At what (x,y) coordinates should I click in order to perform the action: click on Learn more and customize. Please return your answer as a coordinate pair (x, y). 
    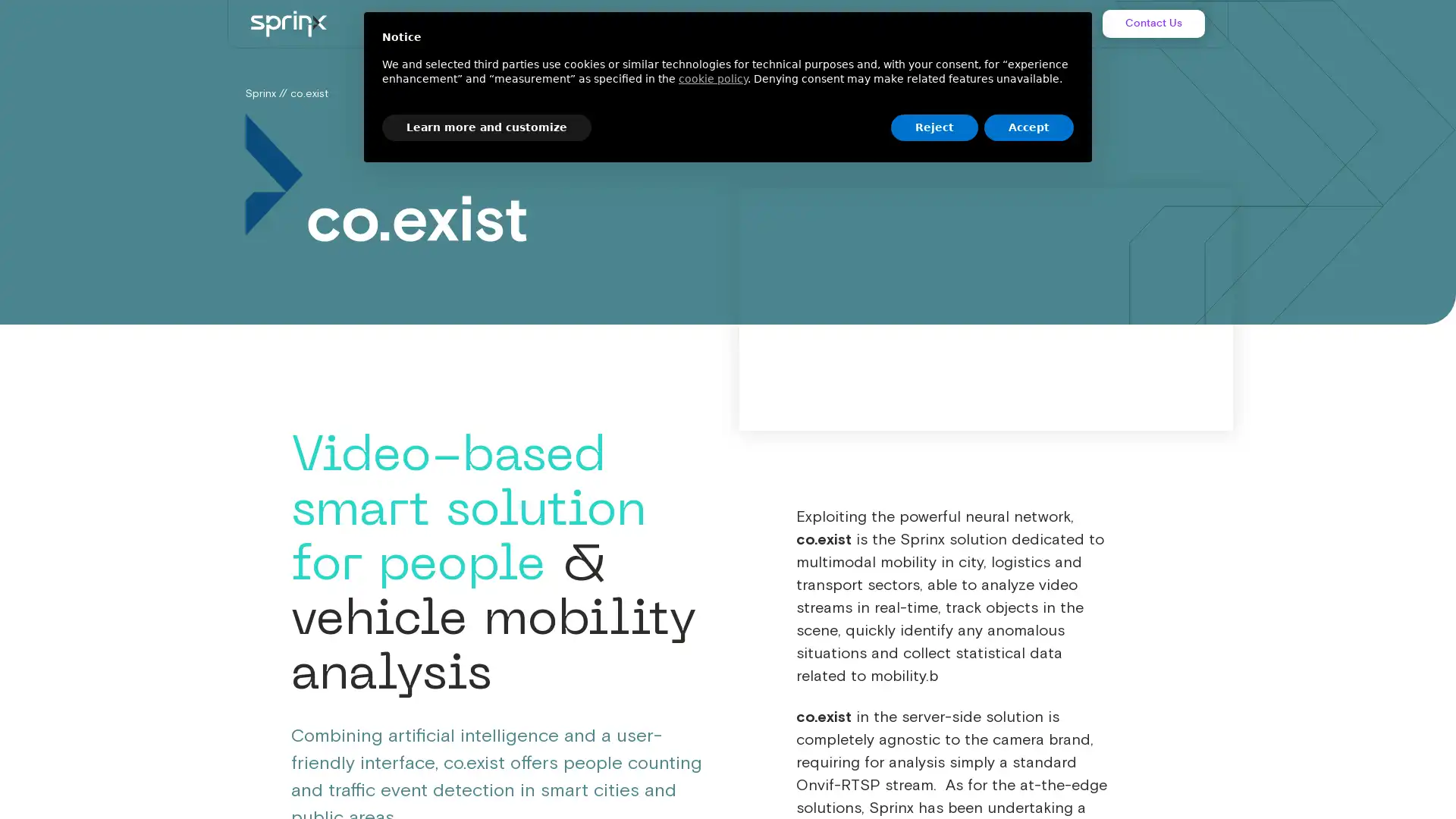
    Looking at the image, I should click on (487, 127).